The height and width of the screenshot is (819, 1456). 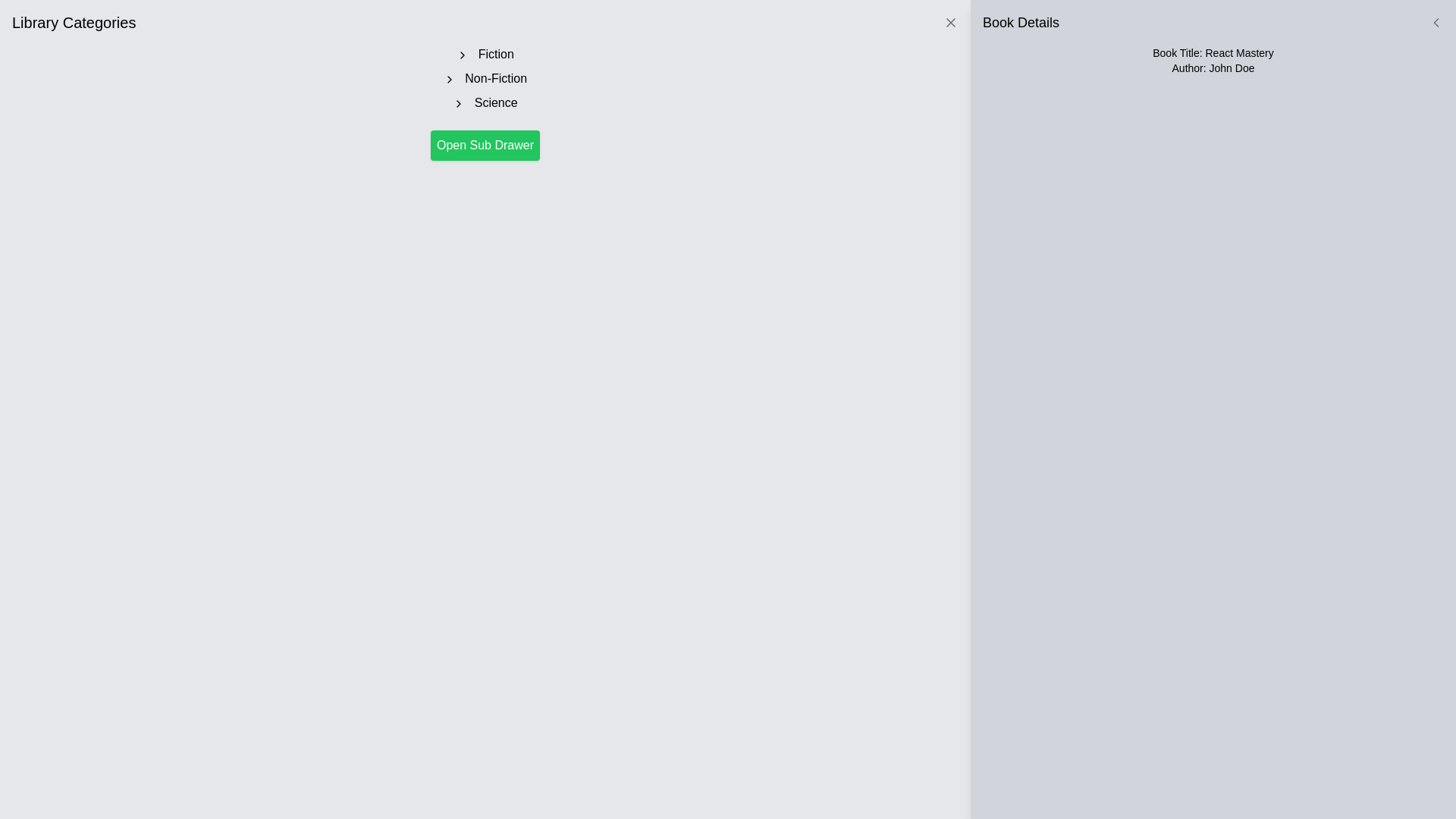 What do you see at coordinates (1436, 23) in the screenshot?
I see `the left-pointing chevron icon representing the back arrow in the top-right corner of the page` at bounding box center [1436, 23].